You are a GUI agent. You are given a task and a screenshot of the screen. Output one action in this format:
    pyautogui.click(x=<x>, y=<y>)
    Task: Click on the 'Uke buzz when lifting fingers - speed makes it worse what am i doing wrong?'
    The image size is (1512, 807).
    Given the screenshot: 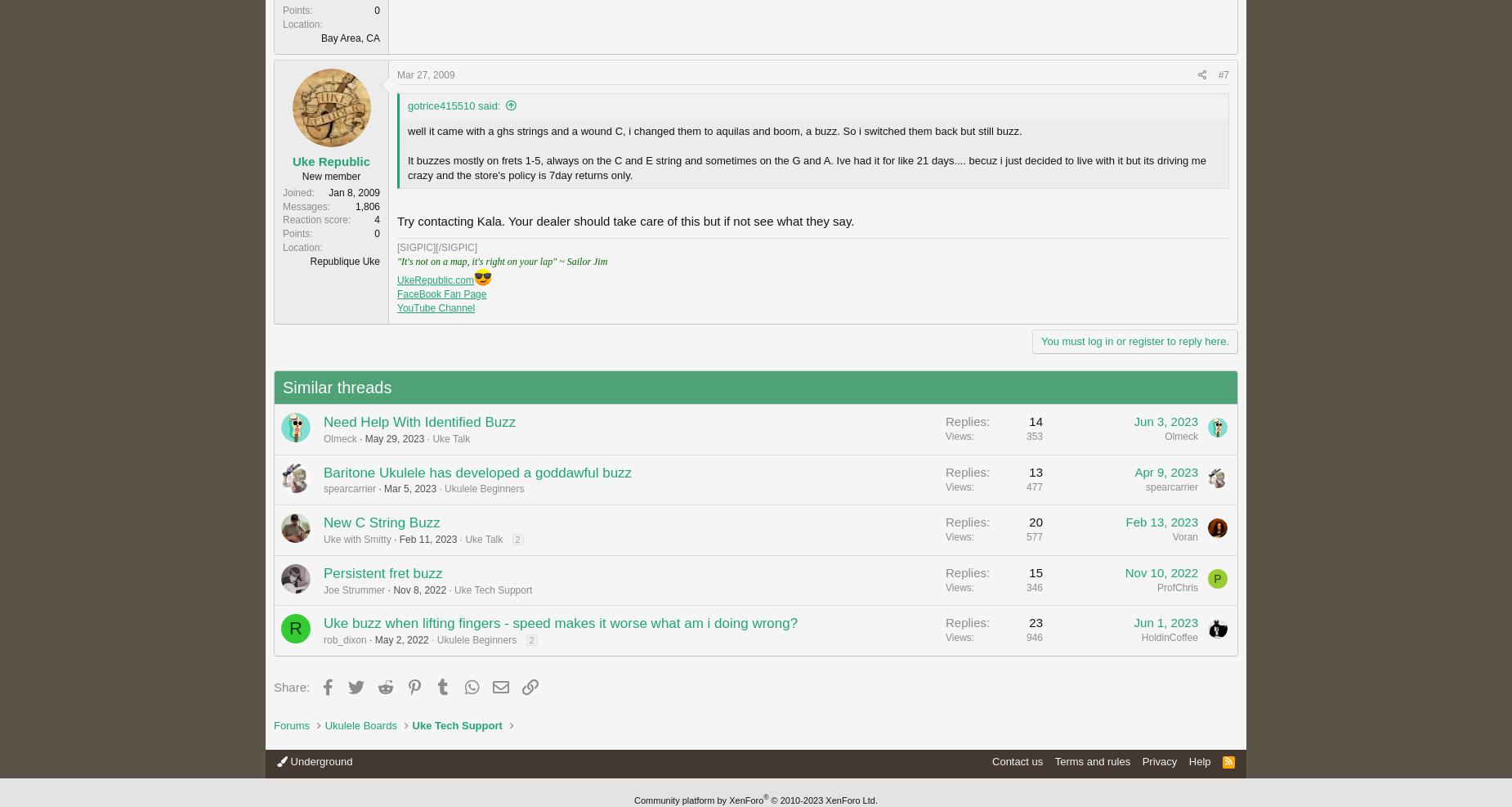 What is the action you would take?
    pyautogui.click(x=560, y=622)
    